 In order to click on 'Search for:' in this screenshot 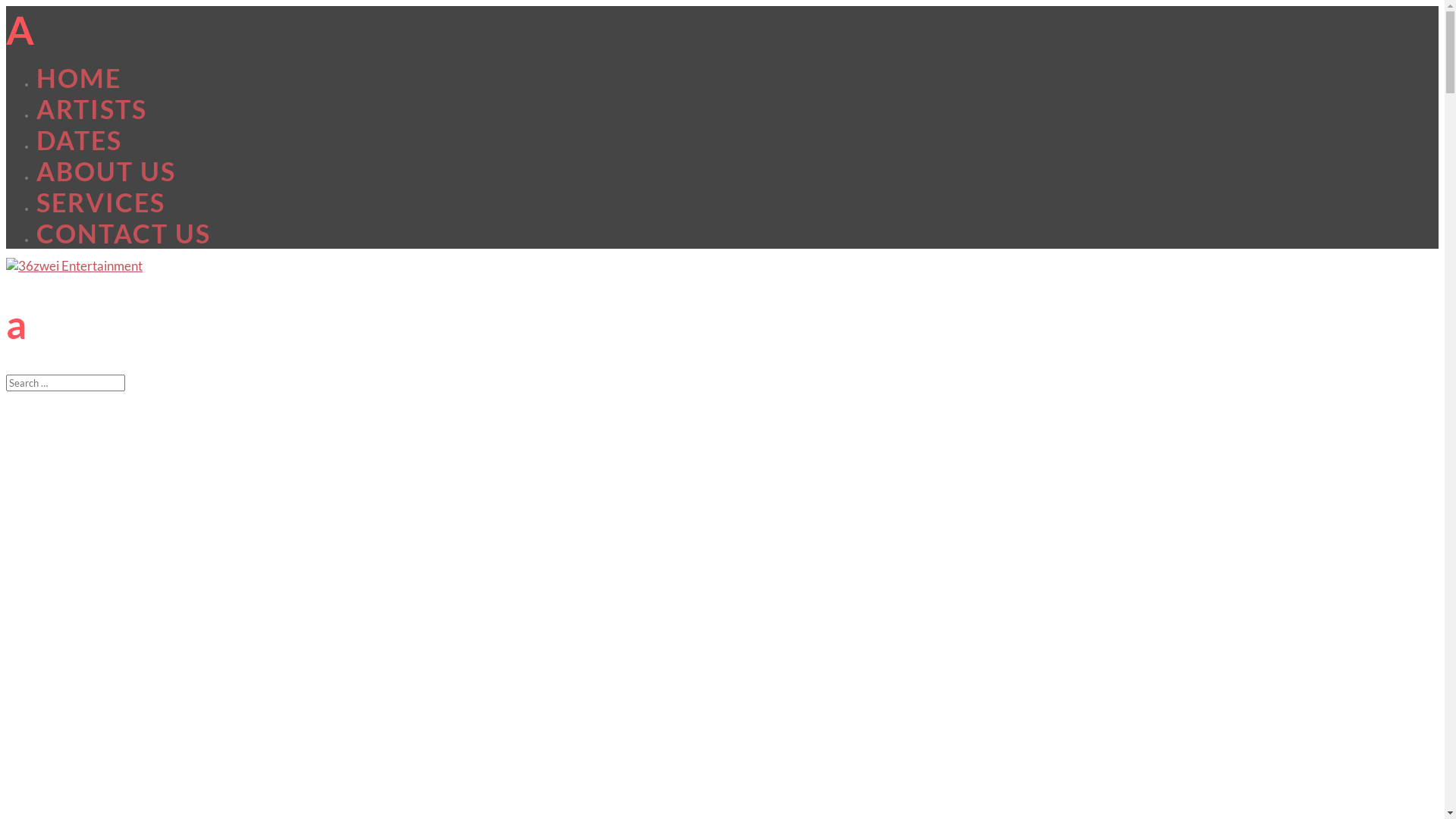, I will do `click(64, 382)`.